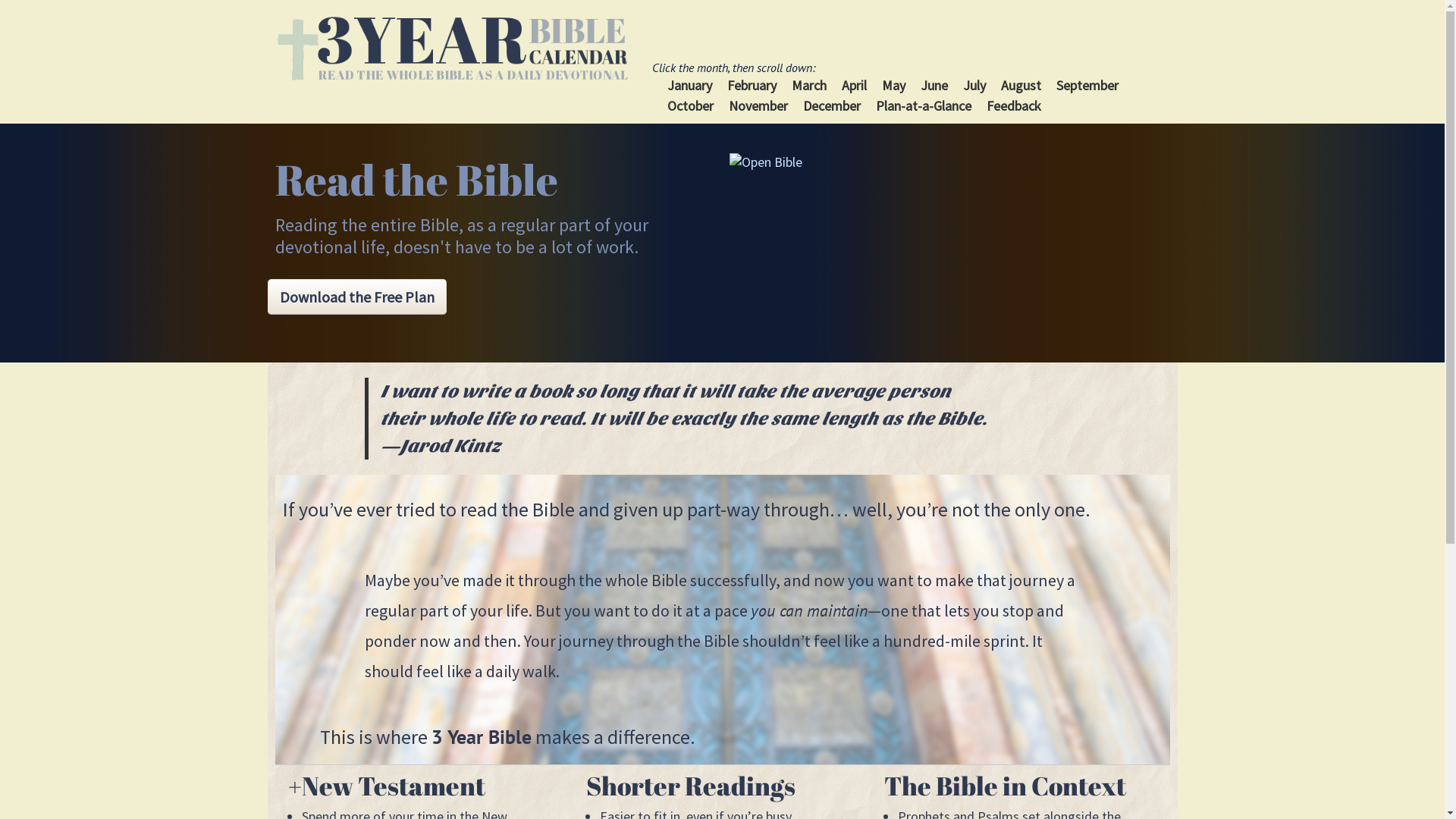  What do you see at coordinates (923, 105) in the screenshot?
I see `'Plan-at-a-Glance'` at bounding box center [923, 105].